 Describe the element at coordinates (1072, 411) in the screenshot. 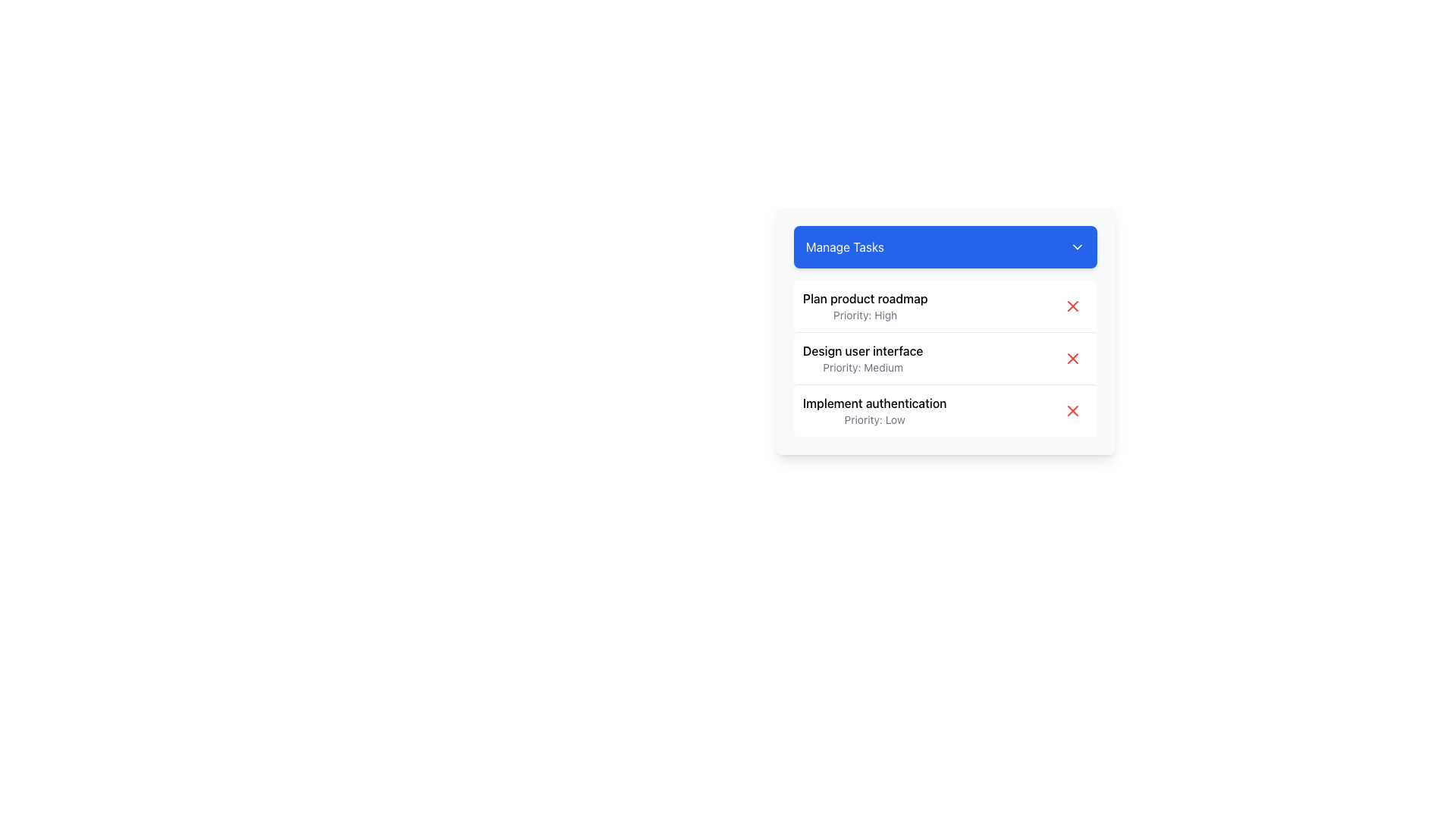

I see `the delete button, which is the third cross icon from the top, aligned with the 'Implement authentication' task under the 'Manage Tasks' heading` at that location.